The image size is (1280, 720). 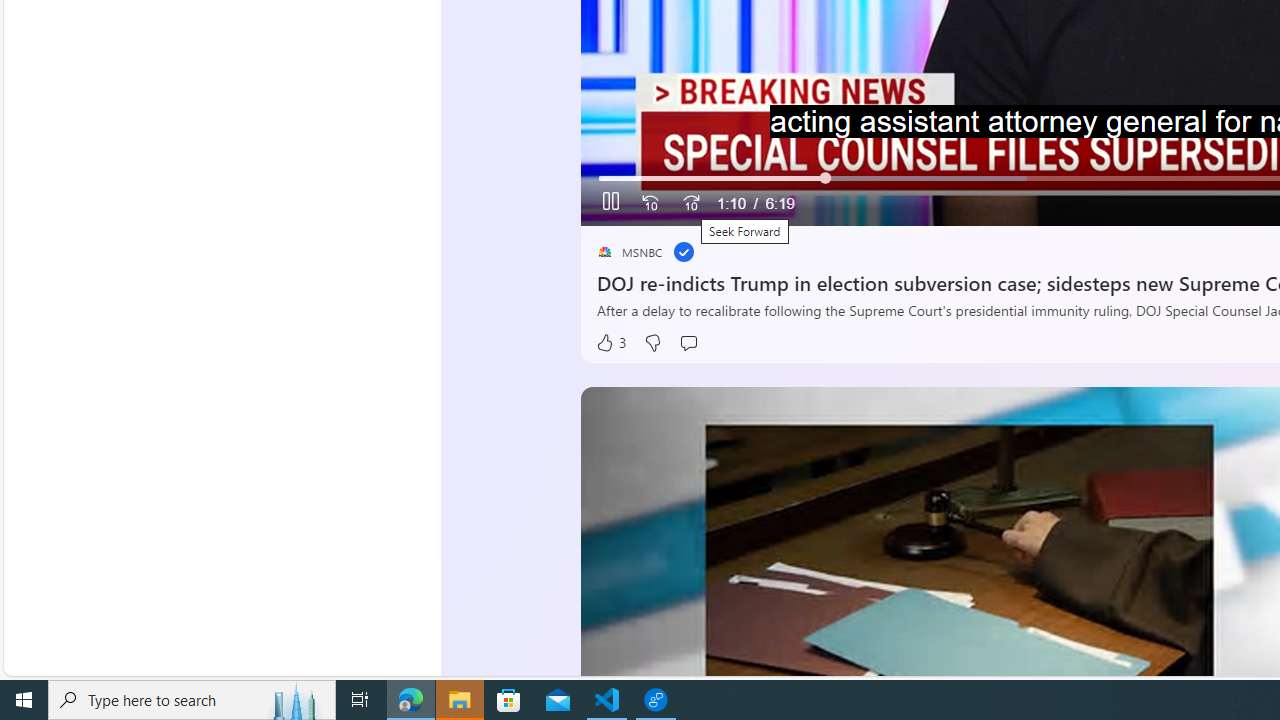 What do you see at coordinates (610, 342) in the screenshot?
I see `'3 Like'` at bounding box center [610, 342].